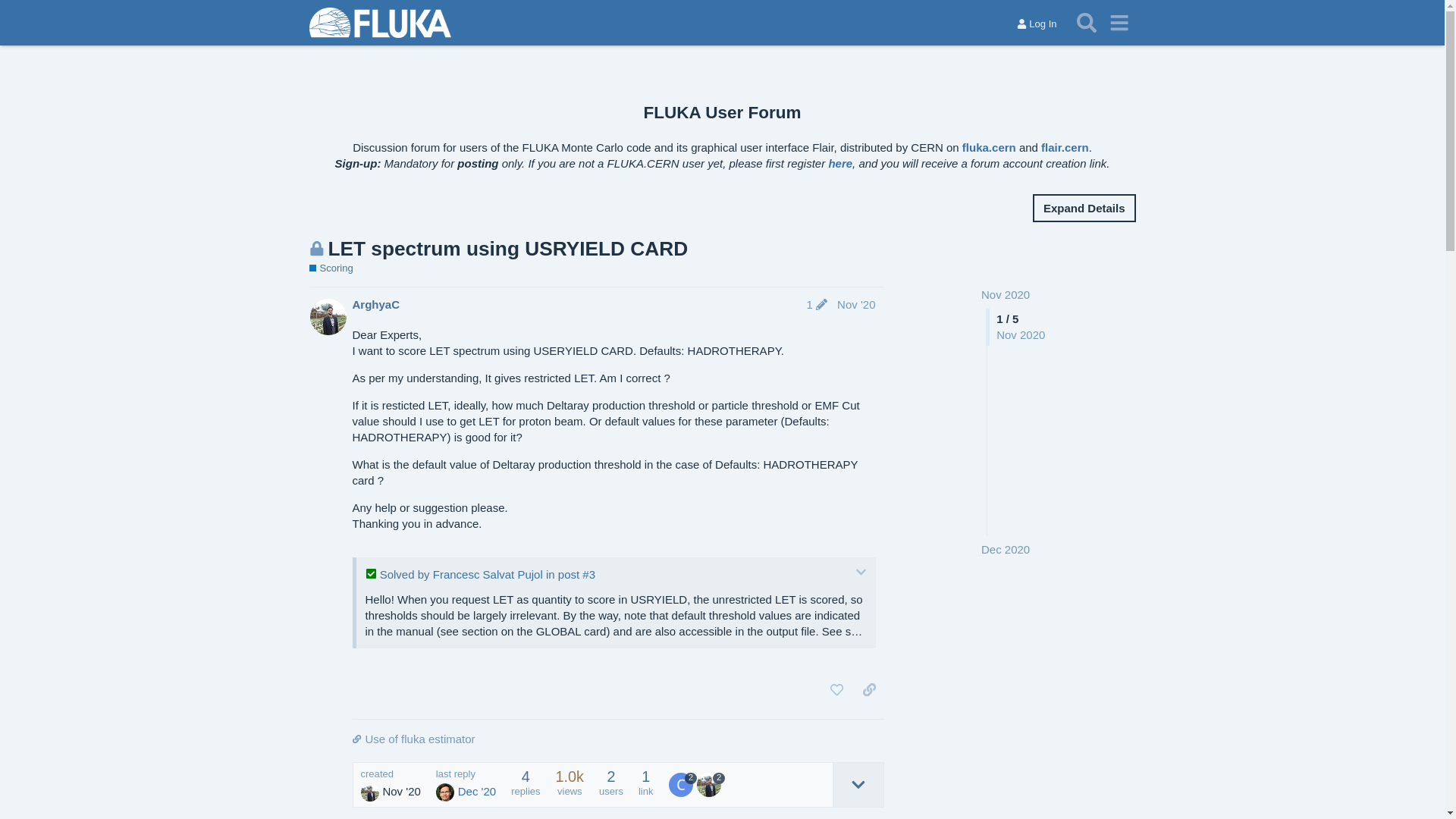  I want to click on 'Francesc Salvat Pujol', so click(488, 574).